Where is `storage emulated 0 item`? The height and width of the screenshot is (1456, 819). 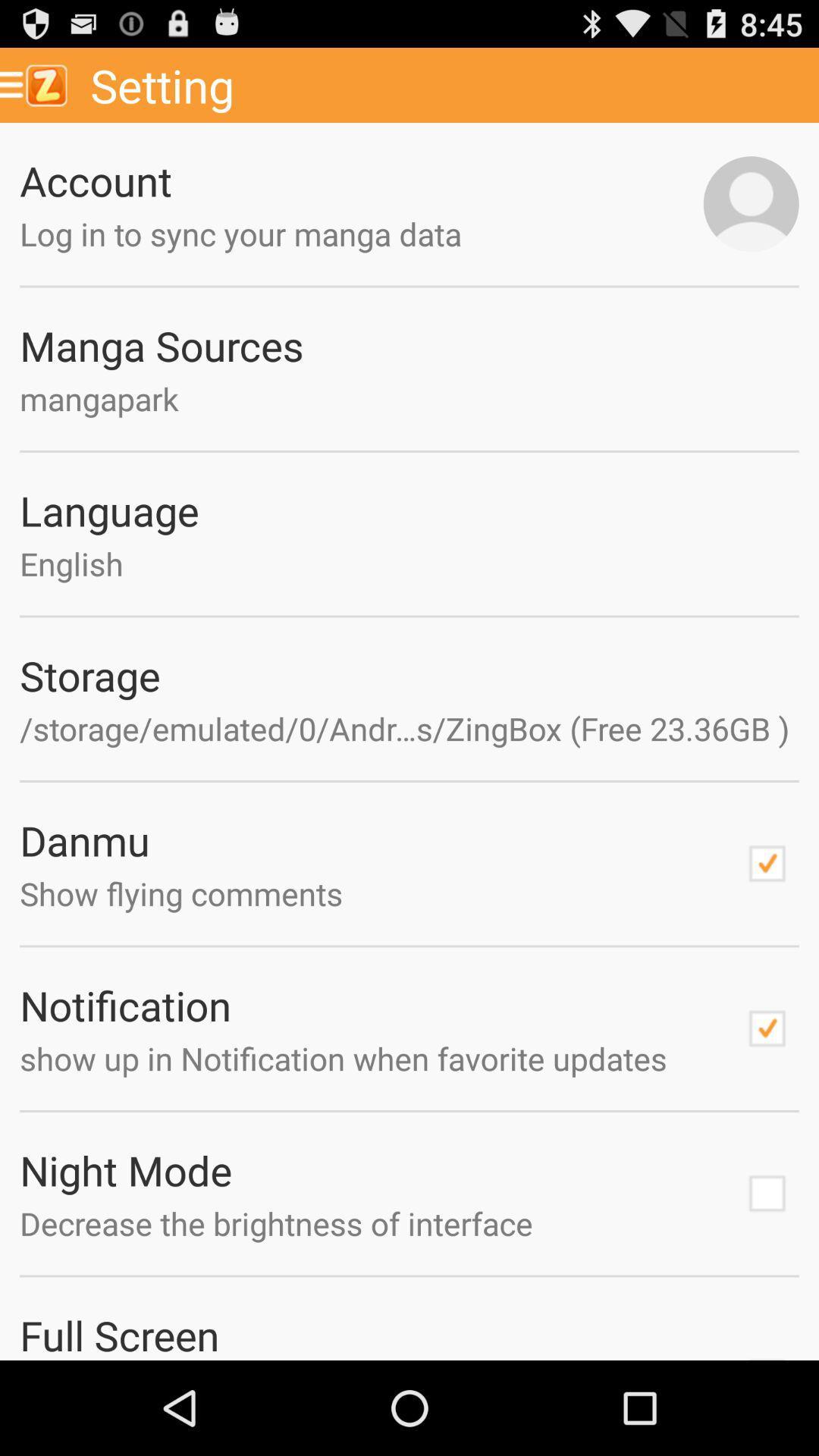
storage emulated 0 item is located at coordinates (409, 728).